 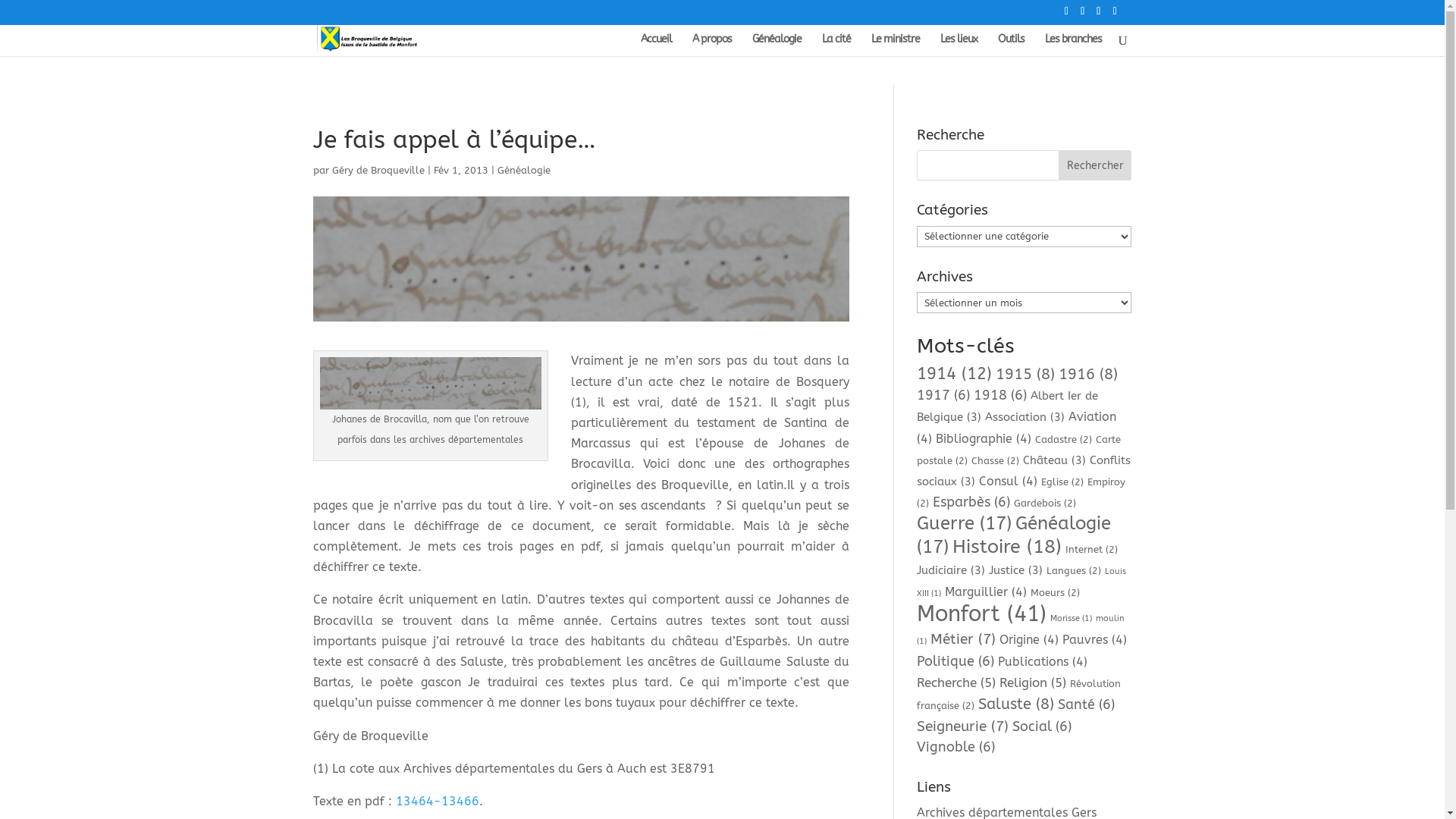 What do you see at coordinates (1062, 639) in the screenshot?
I see `'Pauvres (4)'` at bounding box center [1062, 639].